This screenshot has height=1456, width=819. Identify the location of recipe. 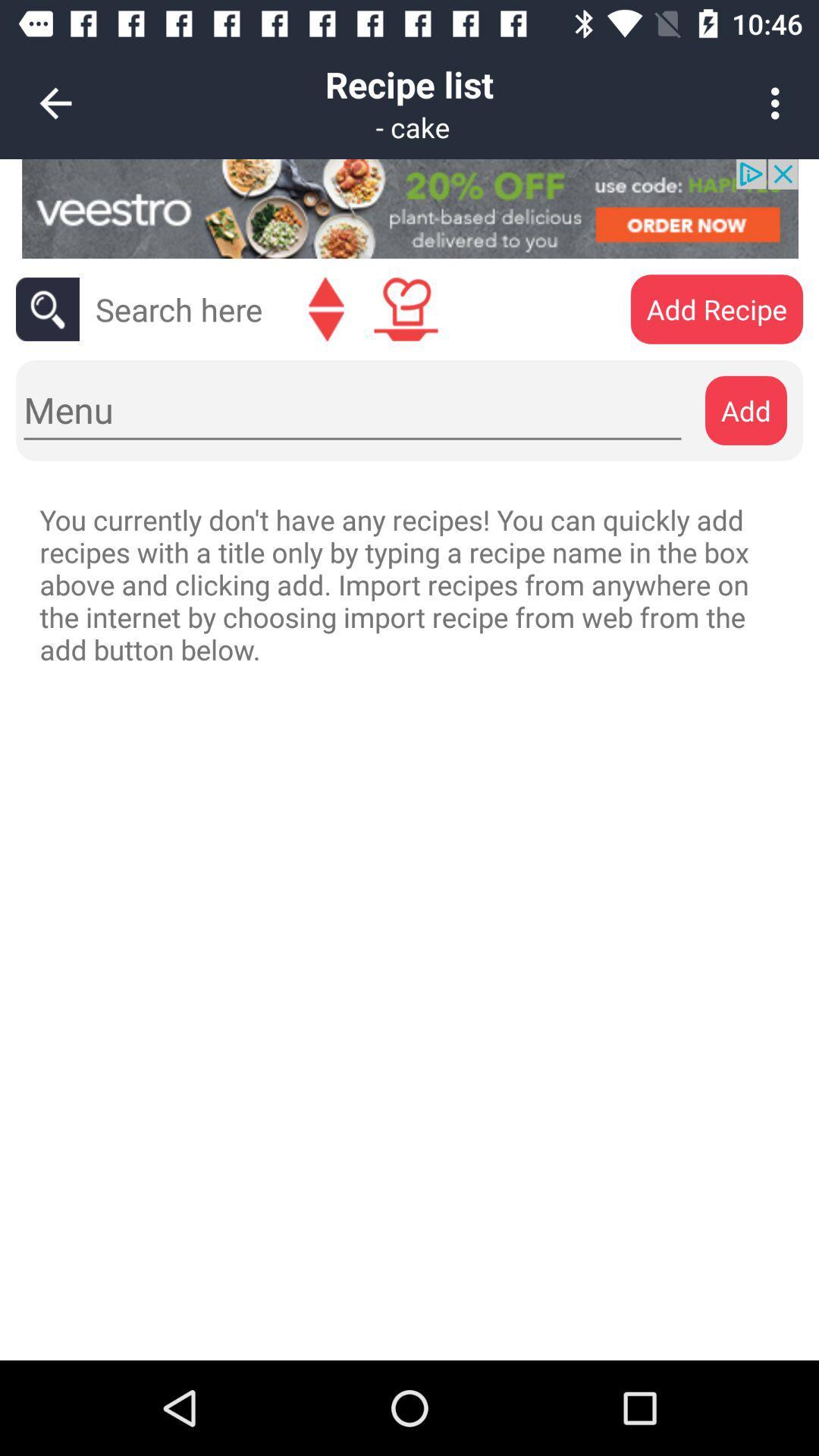
(405, 309).